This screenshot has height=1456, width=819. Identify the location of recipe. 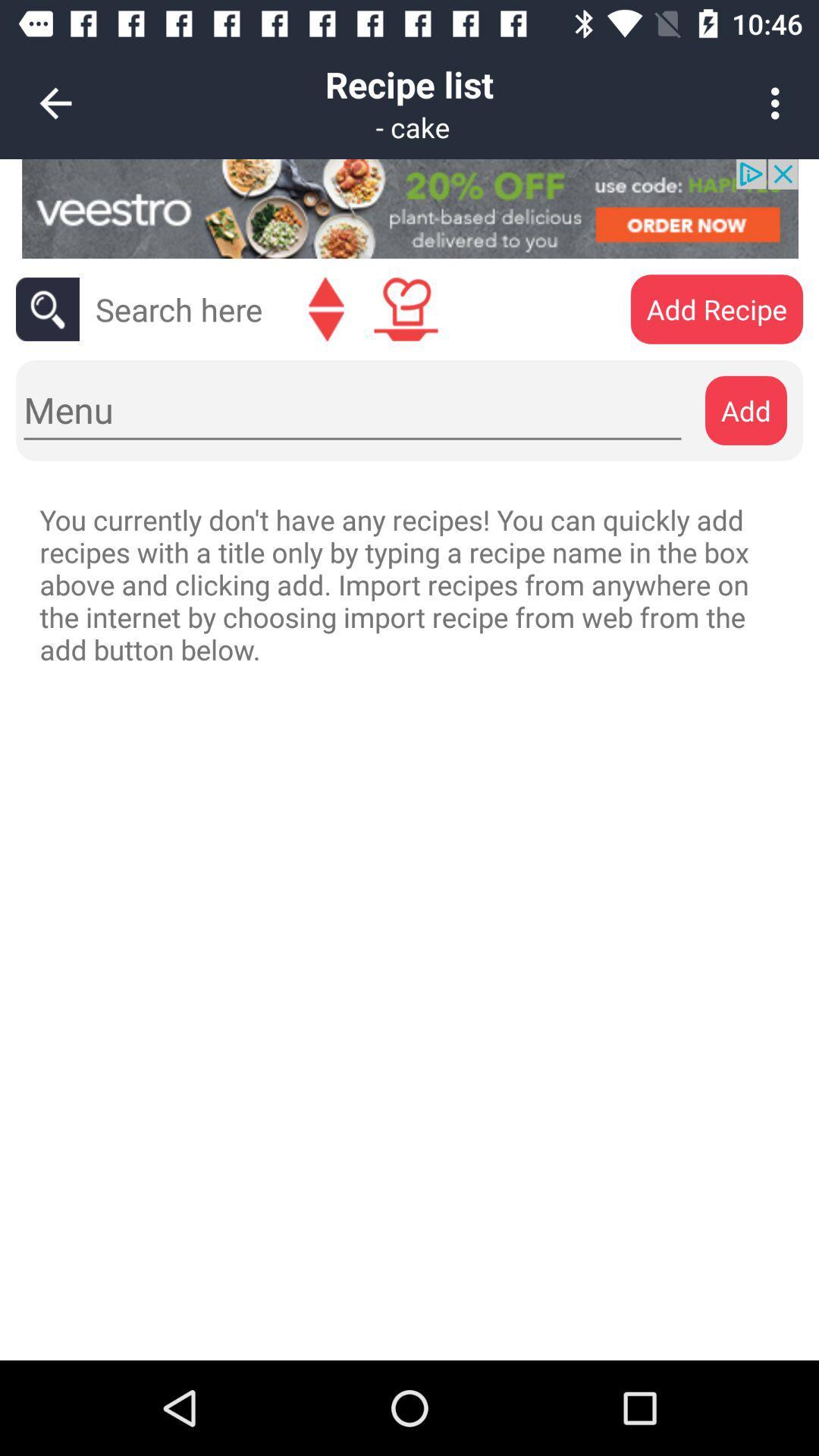
(405, 309).